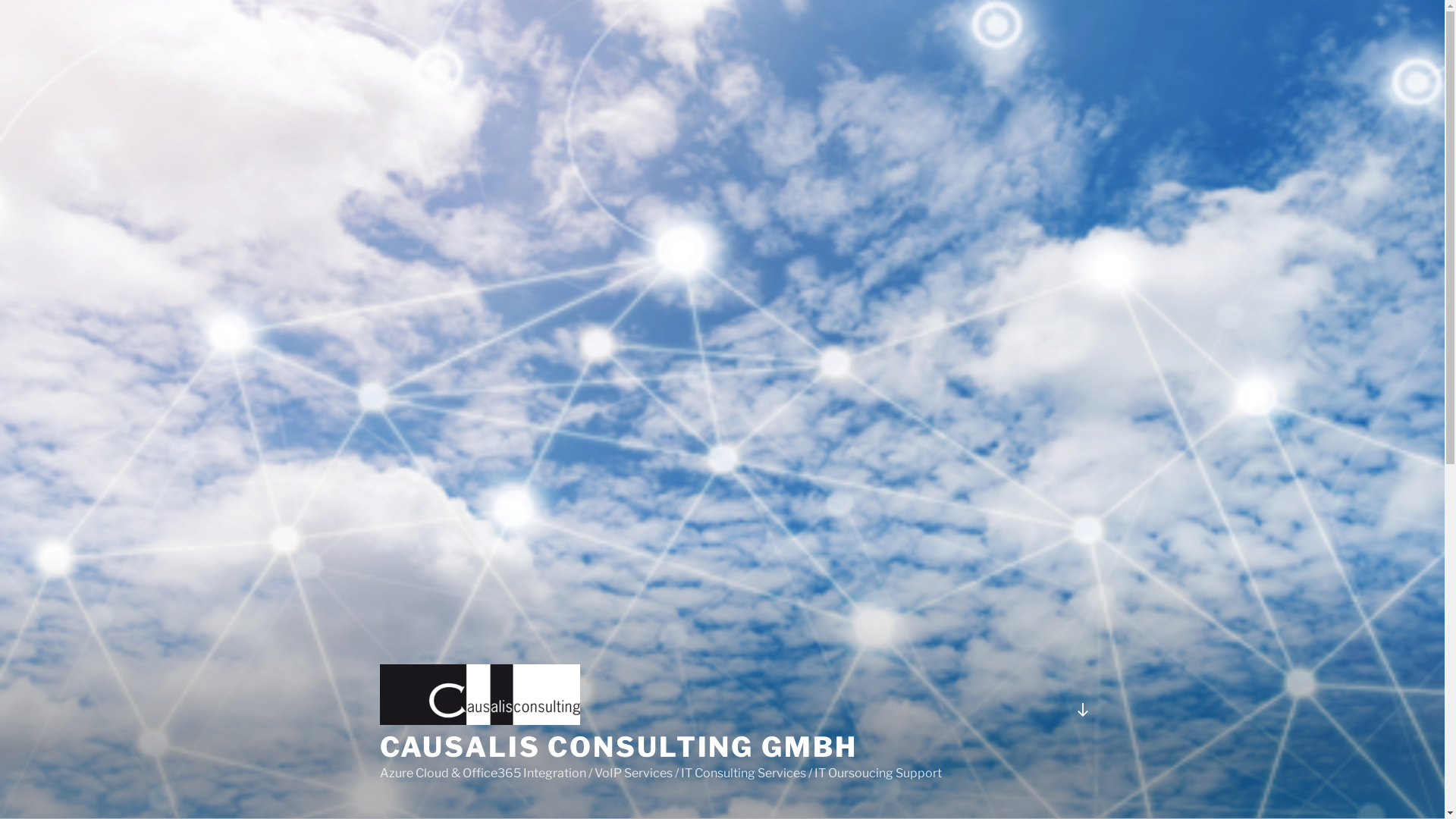  What do you see at coordinates (0, 0) in the screenshot?
I see `'Zum Inhalt springen'` at bounding box center [0, 0].